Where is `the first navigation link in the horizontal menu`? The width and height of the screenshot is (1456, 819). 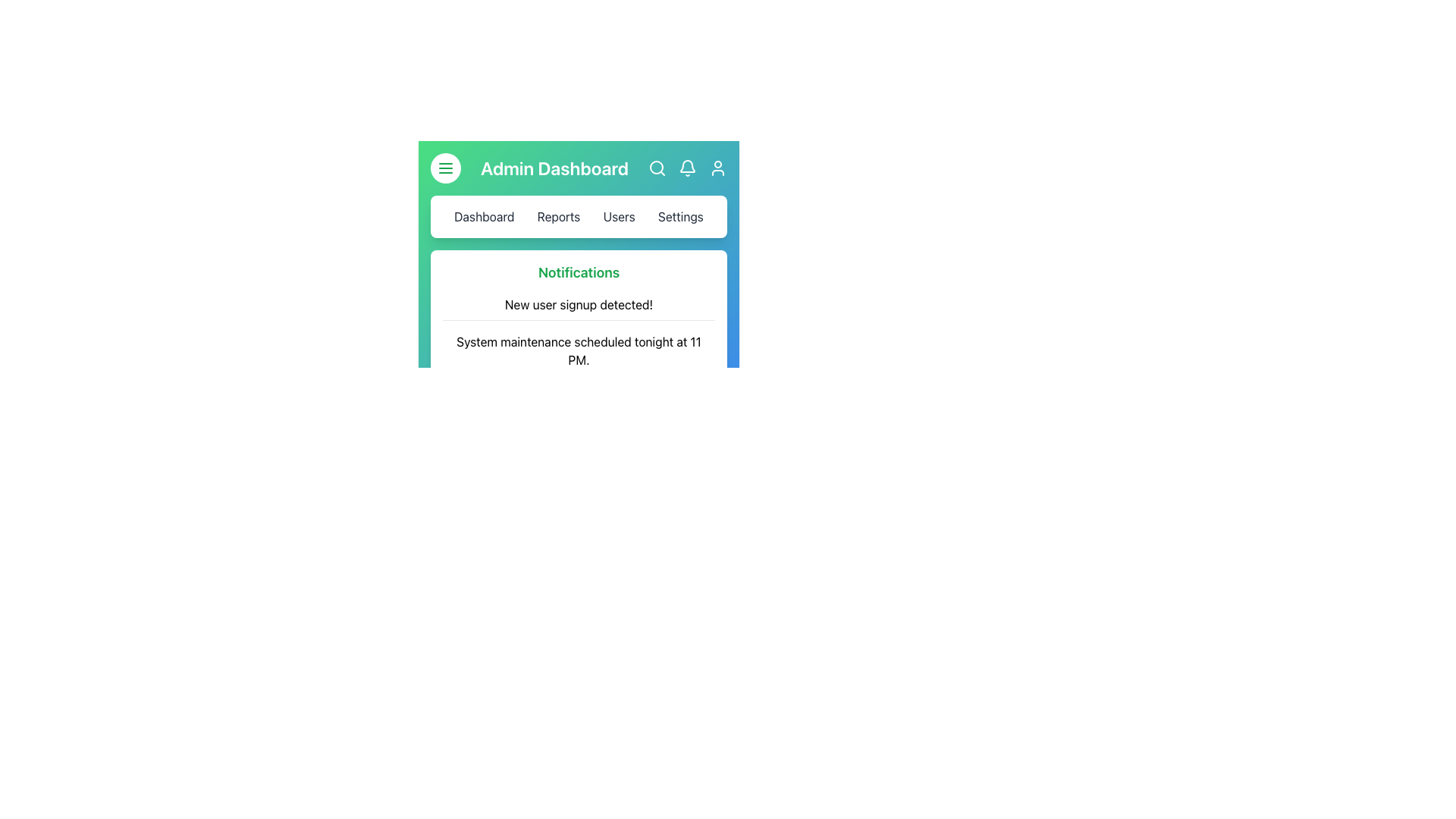 the first navigation link in the horizontal menu is located at coordinates (483, 216).